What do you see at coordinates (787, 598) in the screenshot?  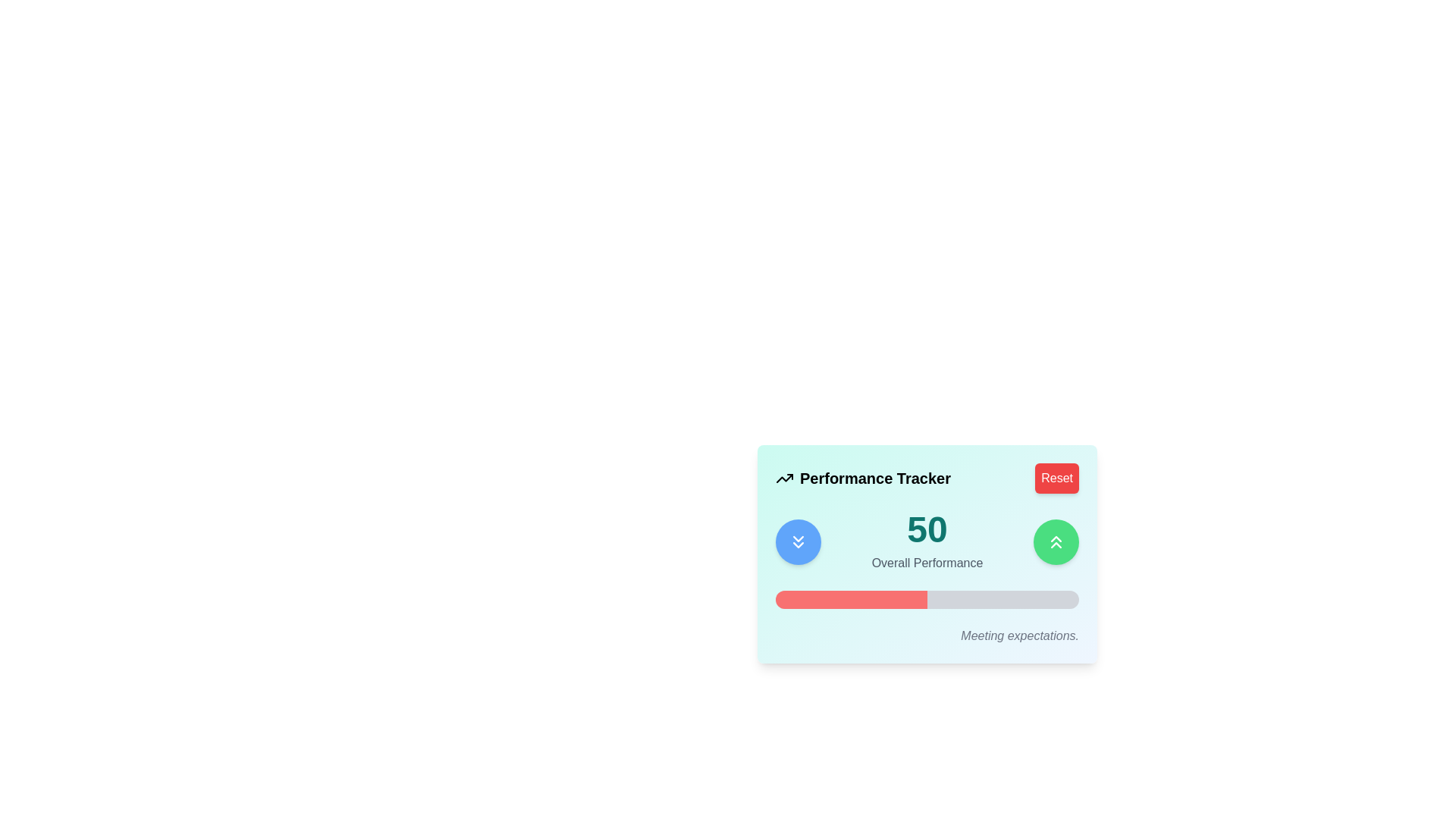 I see `performance level` at bounding box center [787, 598].